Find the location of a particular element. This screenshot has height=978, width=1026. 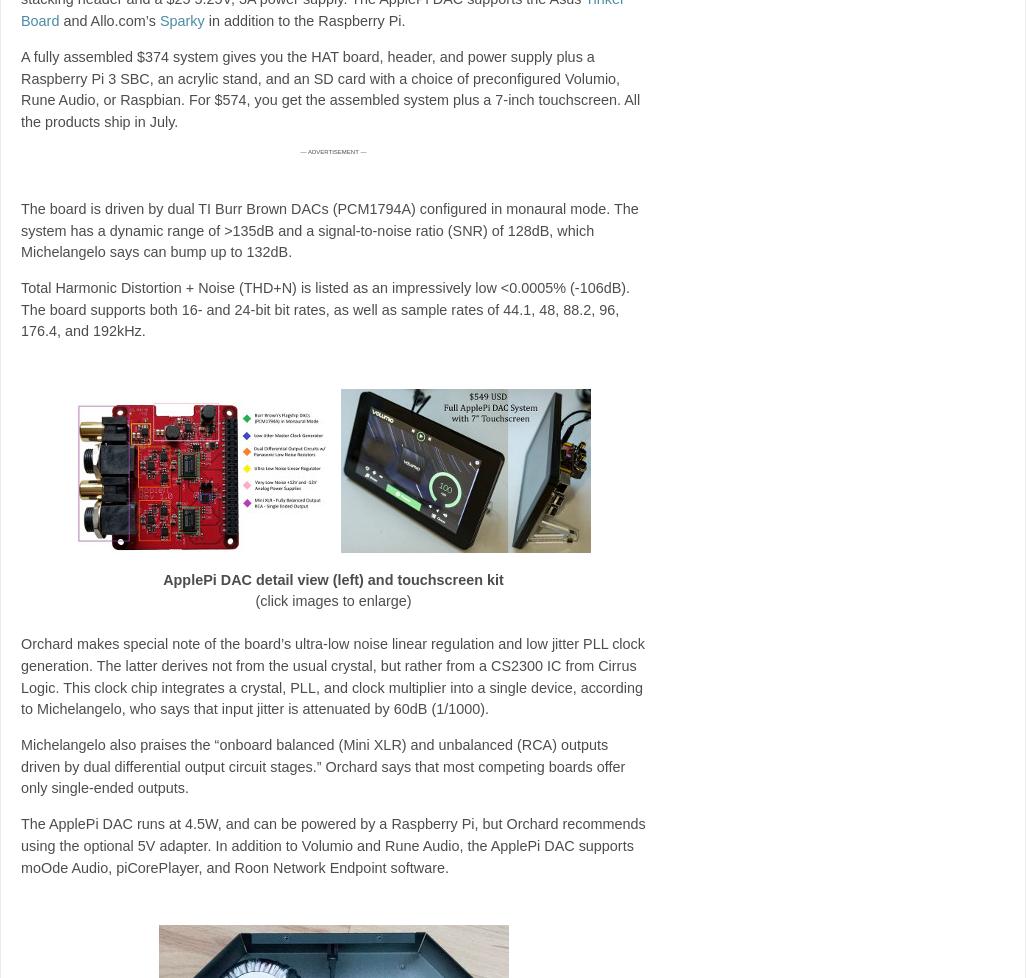

'A fully assembled $374 system gives you the HAT board, header, and power supply plus a Raspberry Pi 3 SBC, an acrylic stand, and an SD card with a choice of preconfigured Volumio, Rune Audio, or Raspbian. For $574, you get the assembled system plus a 7-inch touchscreen. All the products ship in July.' is located at coordinates (330, 88).